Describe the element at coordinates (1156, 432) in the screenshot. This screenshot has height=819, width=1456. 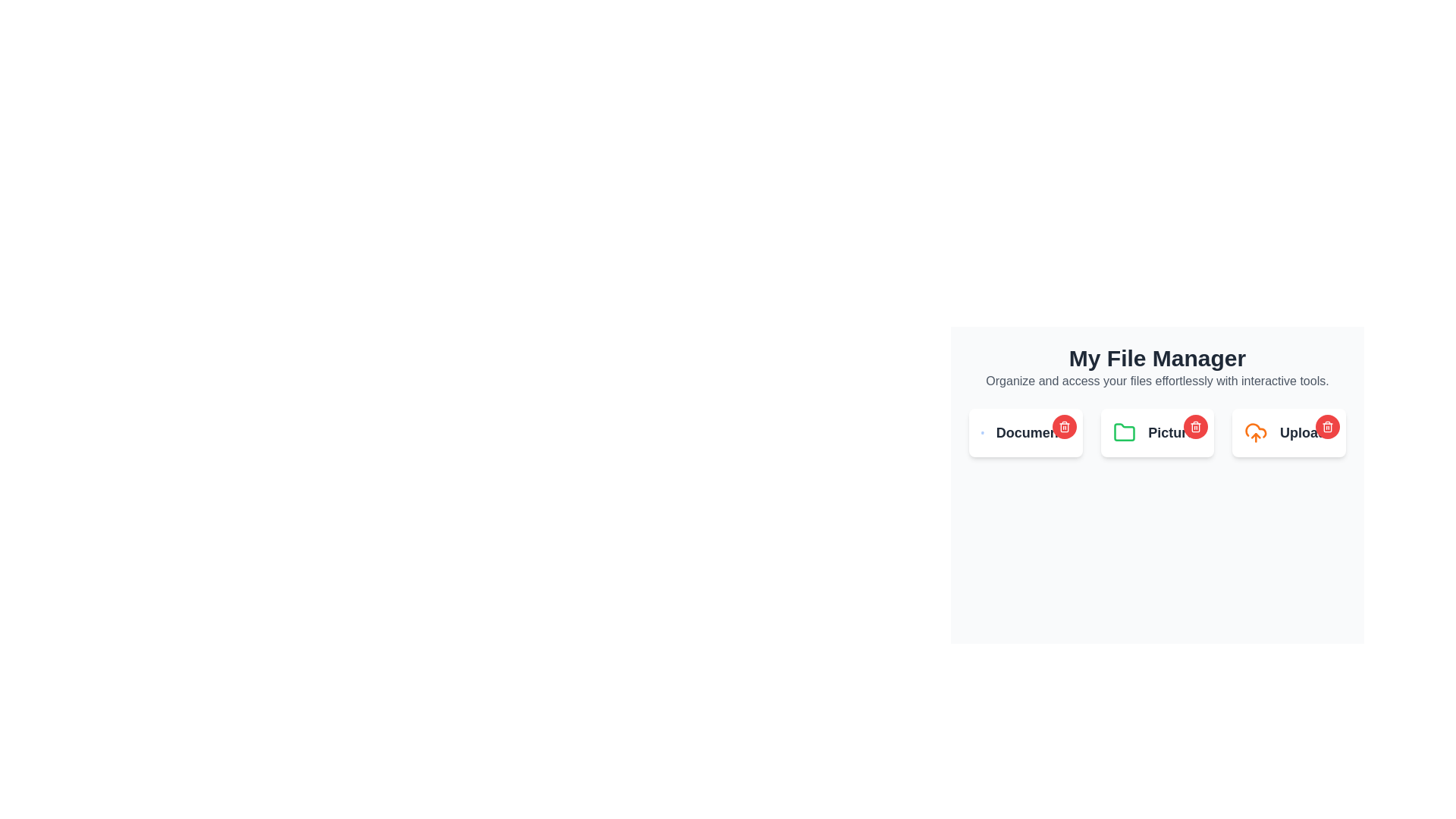
I see `the interactive card representing the 'Pictures' folder in the file manager interface` at that location.